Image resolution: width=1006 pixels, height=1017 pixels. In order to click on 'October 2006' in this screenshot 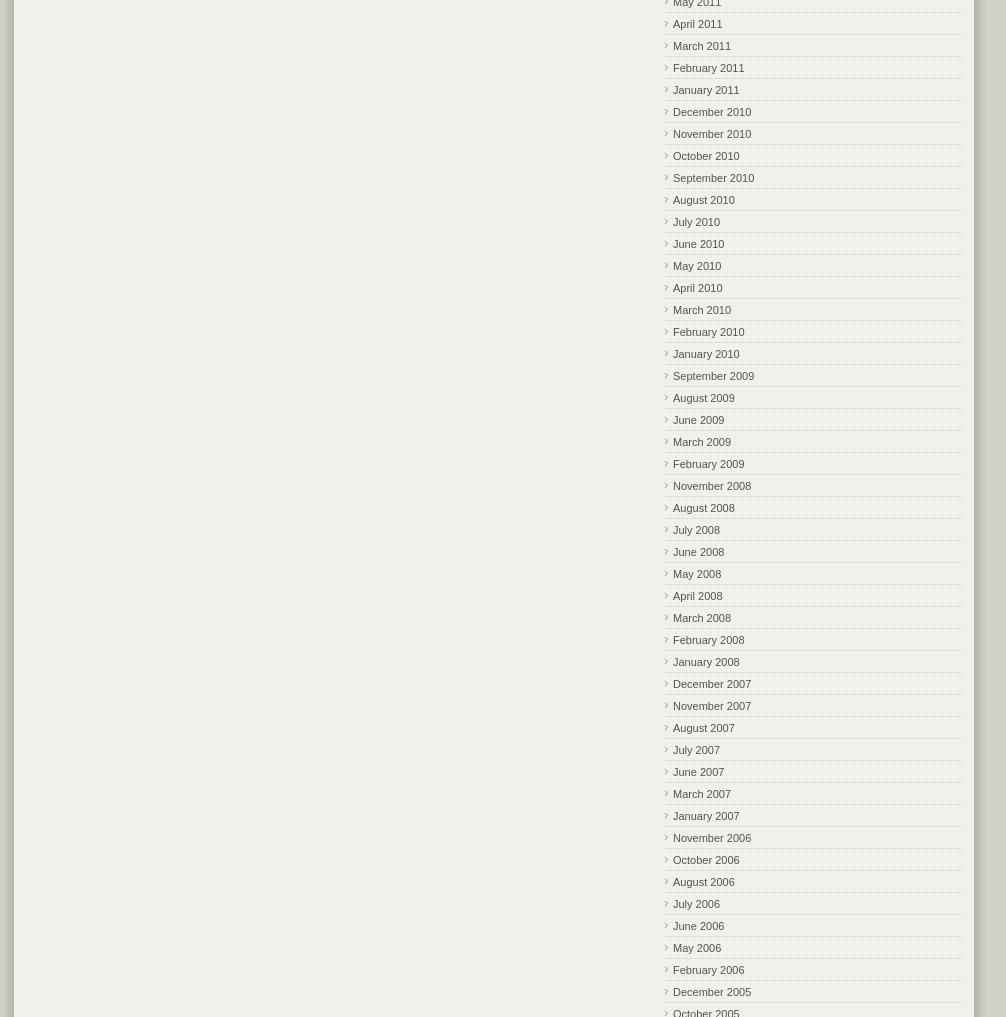, I will do `click(673, 858)`.